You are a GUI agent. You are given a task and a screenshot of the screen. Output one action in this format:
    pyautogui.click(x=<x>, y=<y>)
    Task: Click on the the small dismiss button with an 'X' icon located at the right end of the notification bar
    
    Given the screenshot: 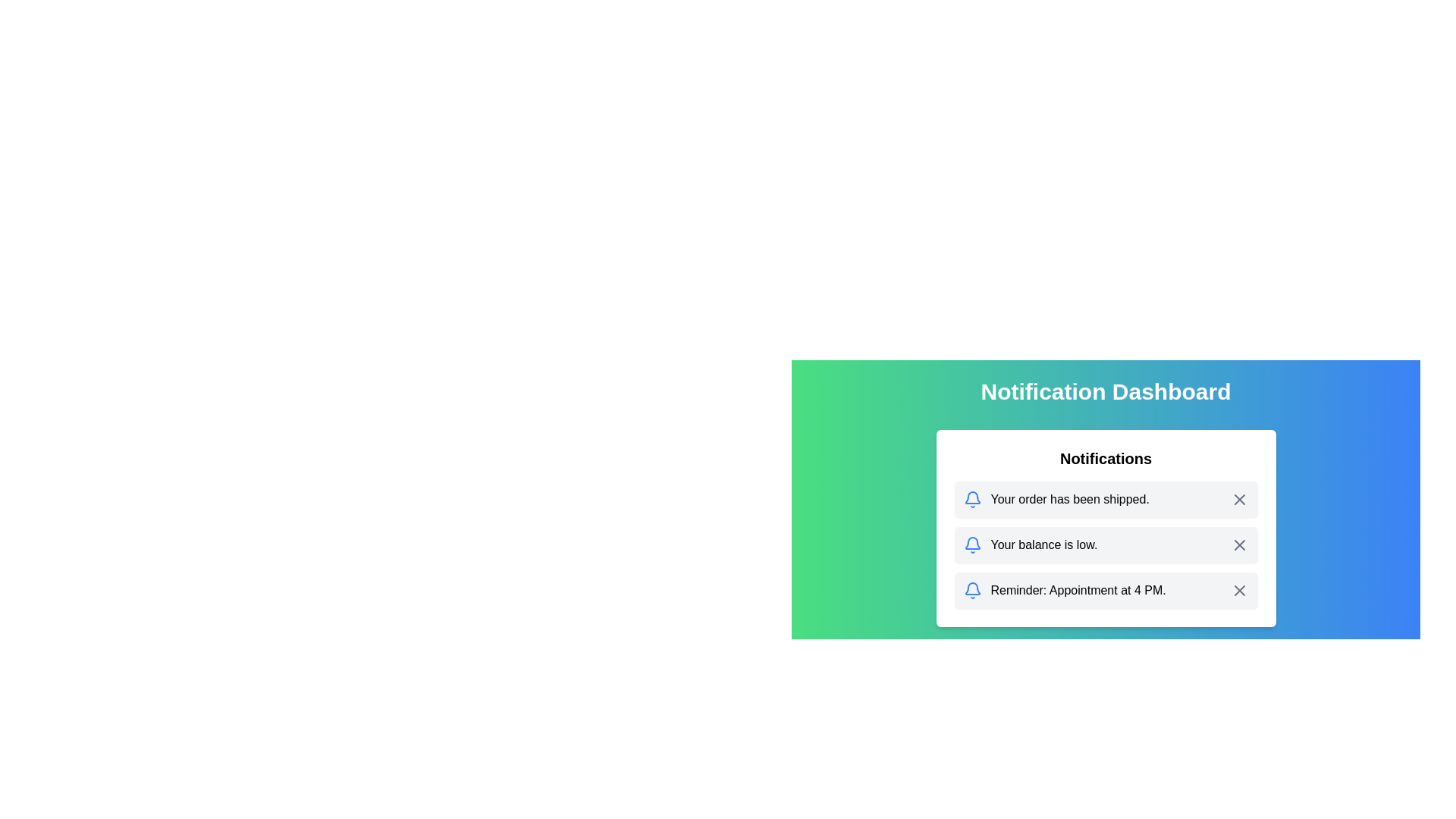 What is the action you would take?
    pyautogui.click(x=1239, y=500)
    